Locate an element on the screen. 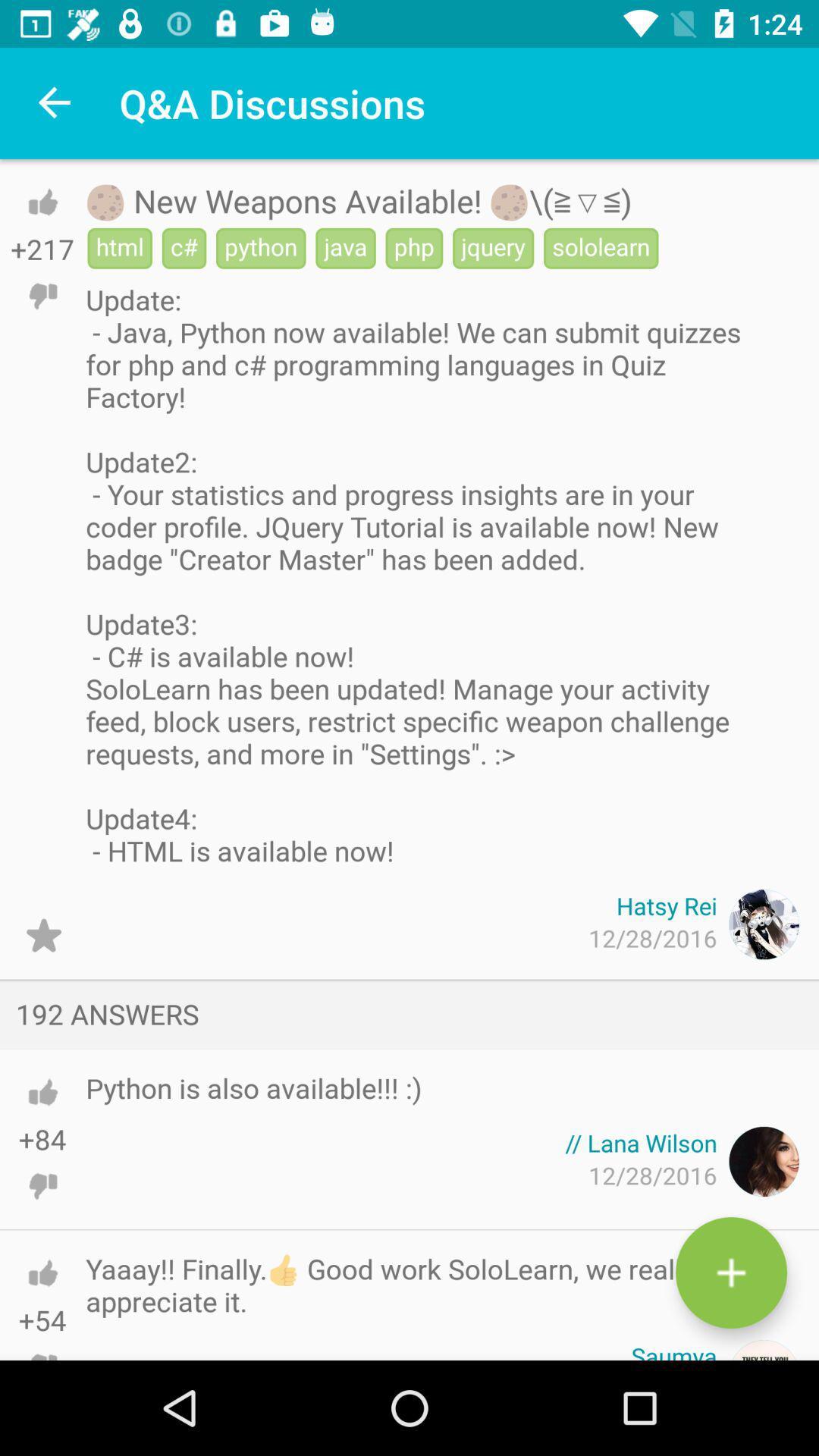 The height and width of the screenshot is (1456, 819). like the discussion is located at coordinates (42, 201).